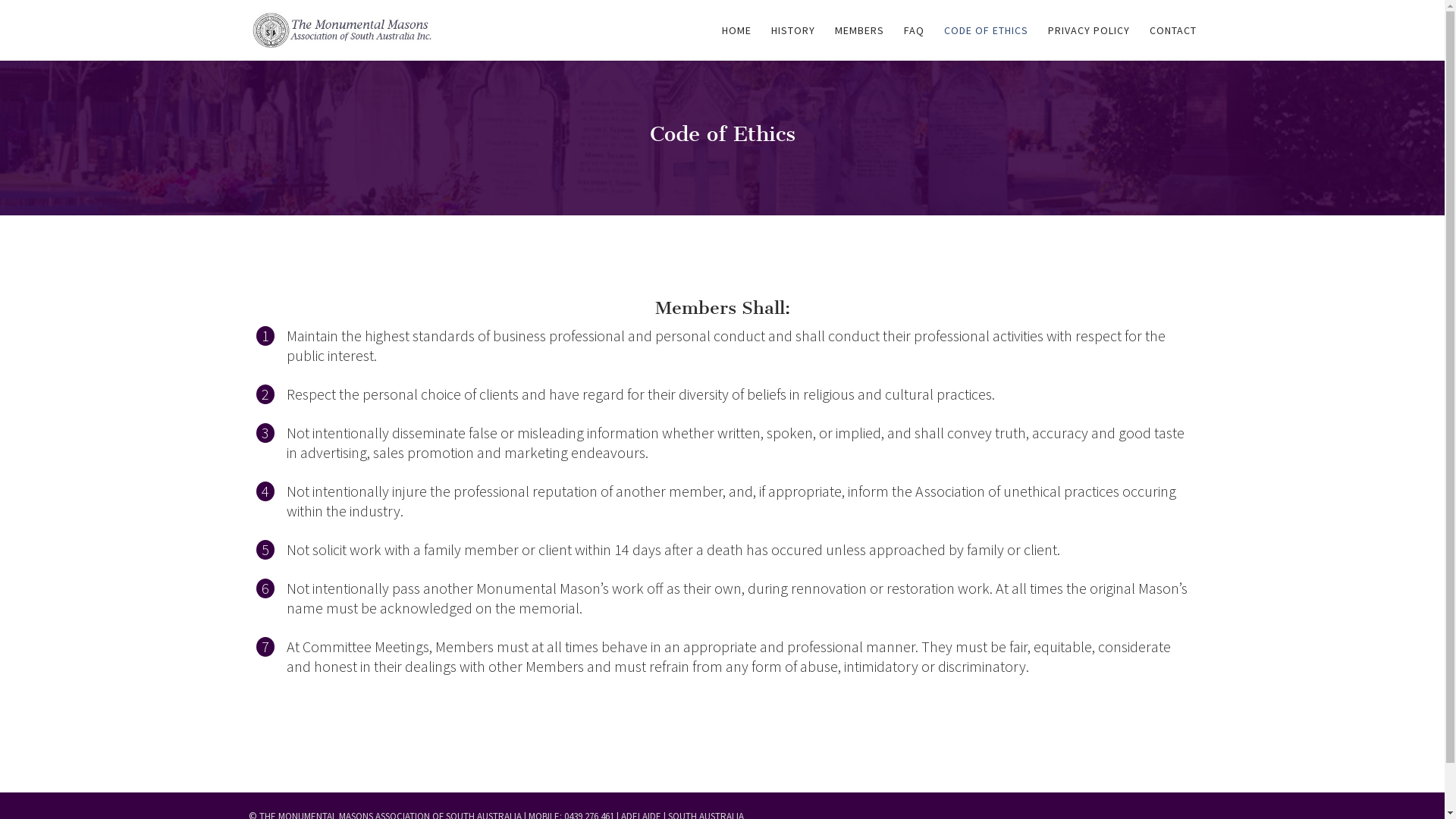 Image resolution: width=1456 pixels, height=819 pixels. What do you see at coordinates (913, 42) in the screenshot?
I see `'FAQ'` at bounding box center [913, 42].